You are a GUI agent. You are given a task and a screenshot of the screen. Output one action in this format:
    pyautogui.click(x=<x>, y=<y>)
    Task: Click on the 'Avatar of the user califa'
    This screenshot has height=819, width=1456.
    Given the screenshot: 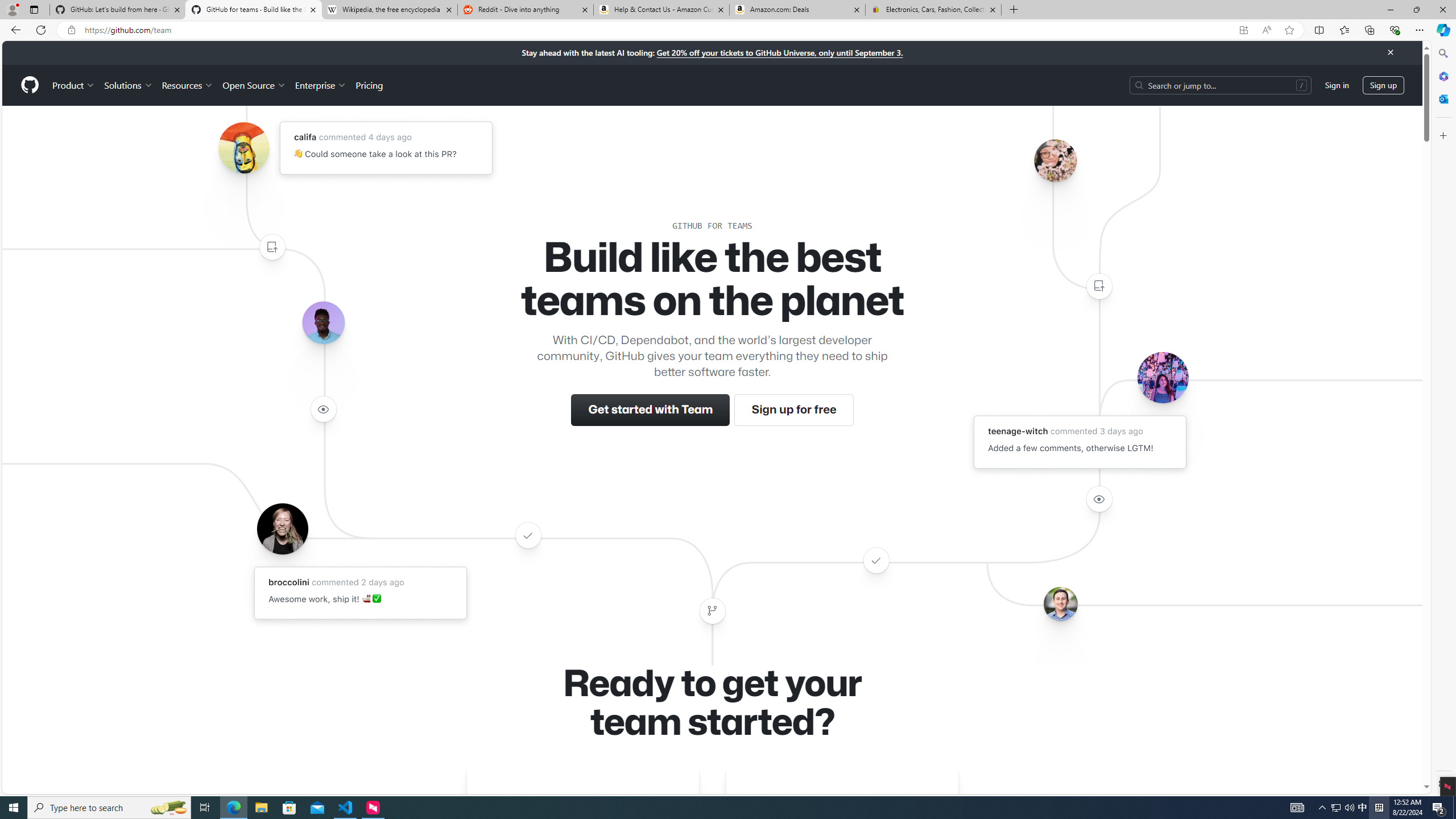 What is the action you would take?
    pyautogui.click(x=243, y=147)
    